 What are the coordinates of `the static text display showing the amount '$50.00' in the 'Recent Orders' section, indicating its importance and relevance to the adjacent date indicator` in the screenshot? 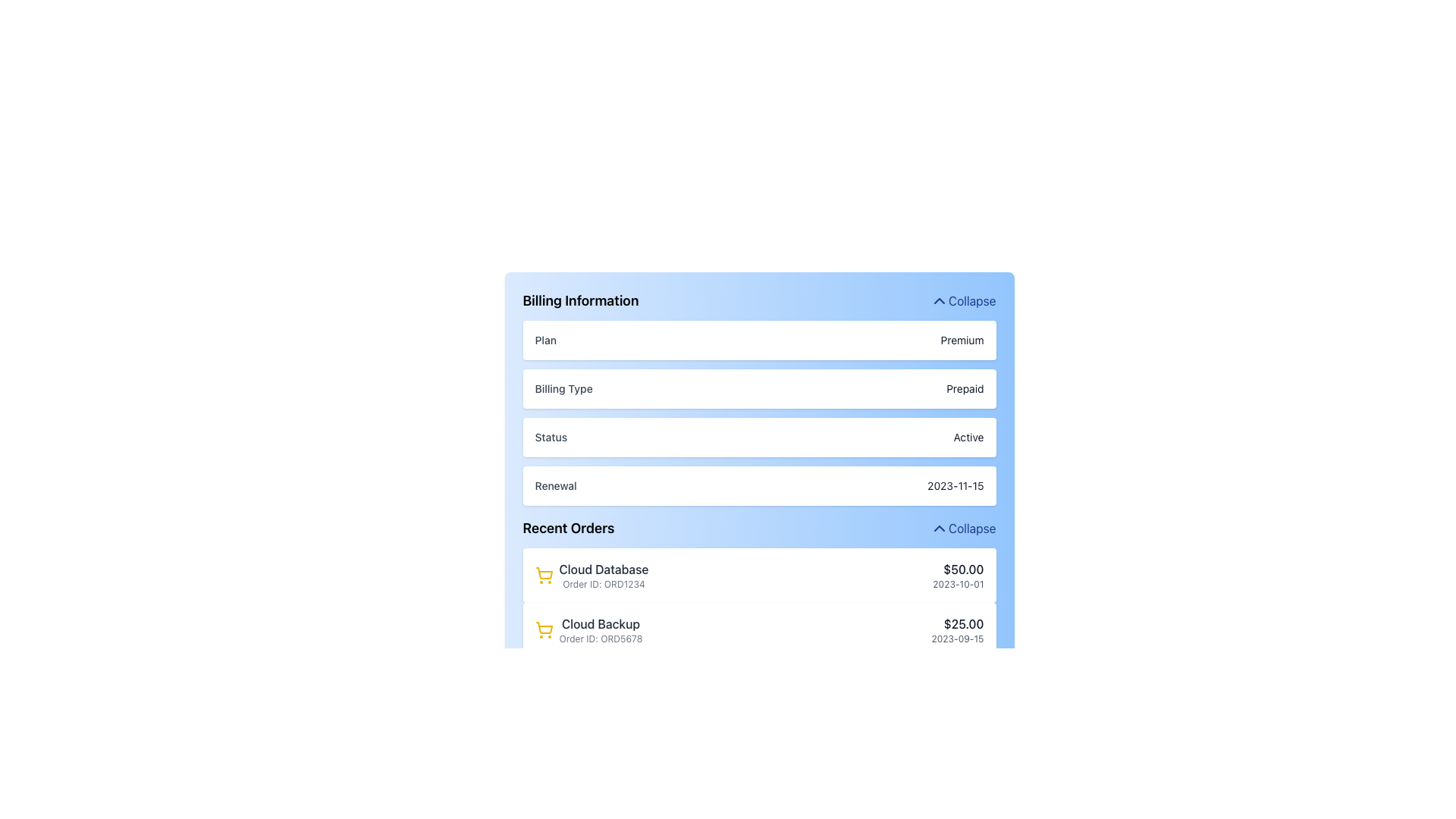 It's located at (957, 570).